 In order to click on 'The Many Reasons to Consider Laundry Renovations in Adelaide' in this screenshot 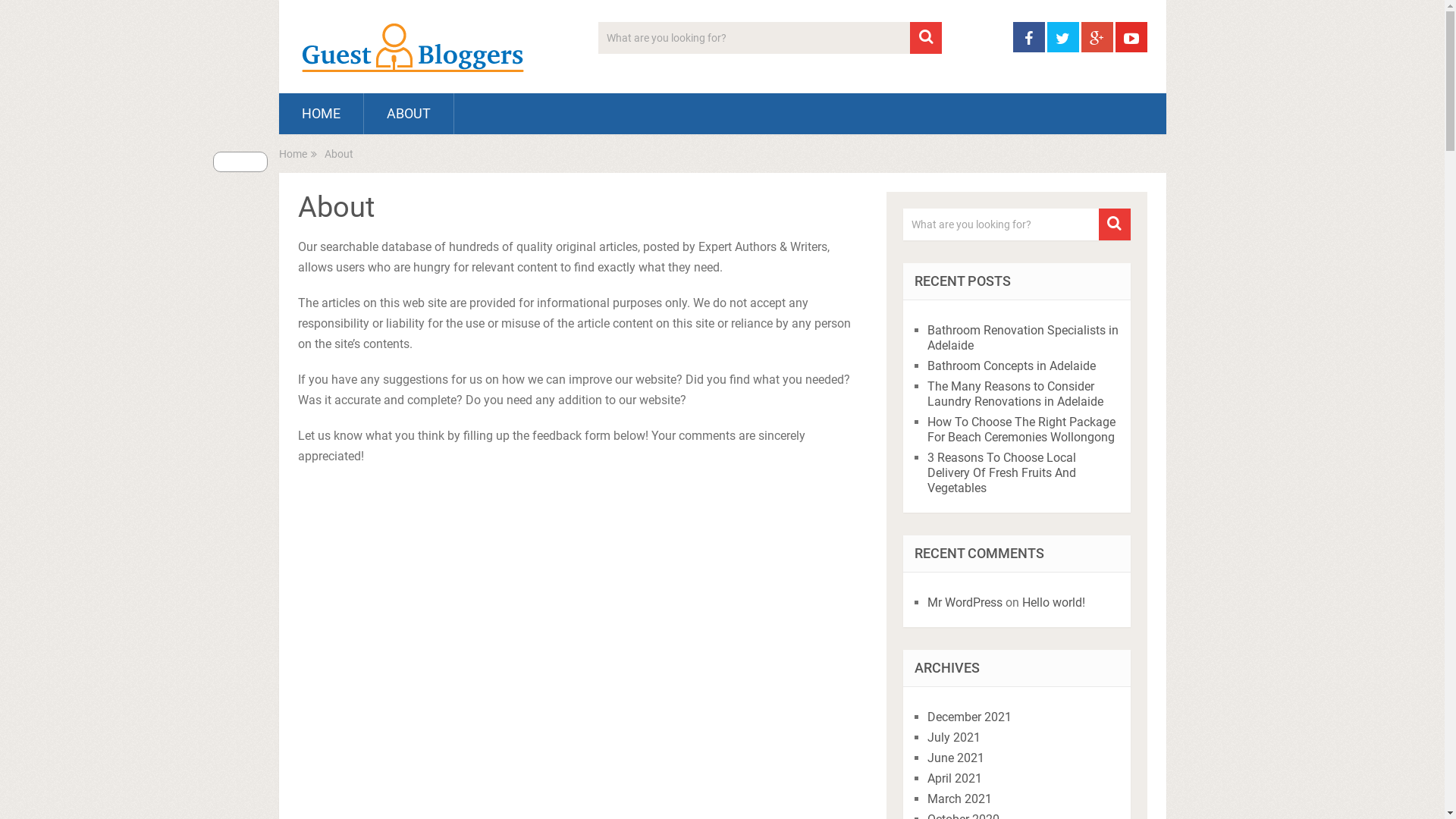, I will do `click(1015, 393)`.